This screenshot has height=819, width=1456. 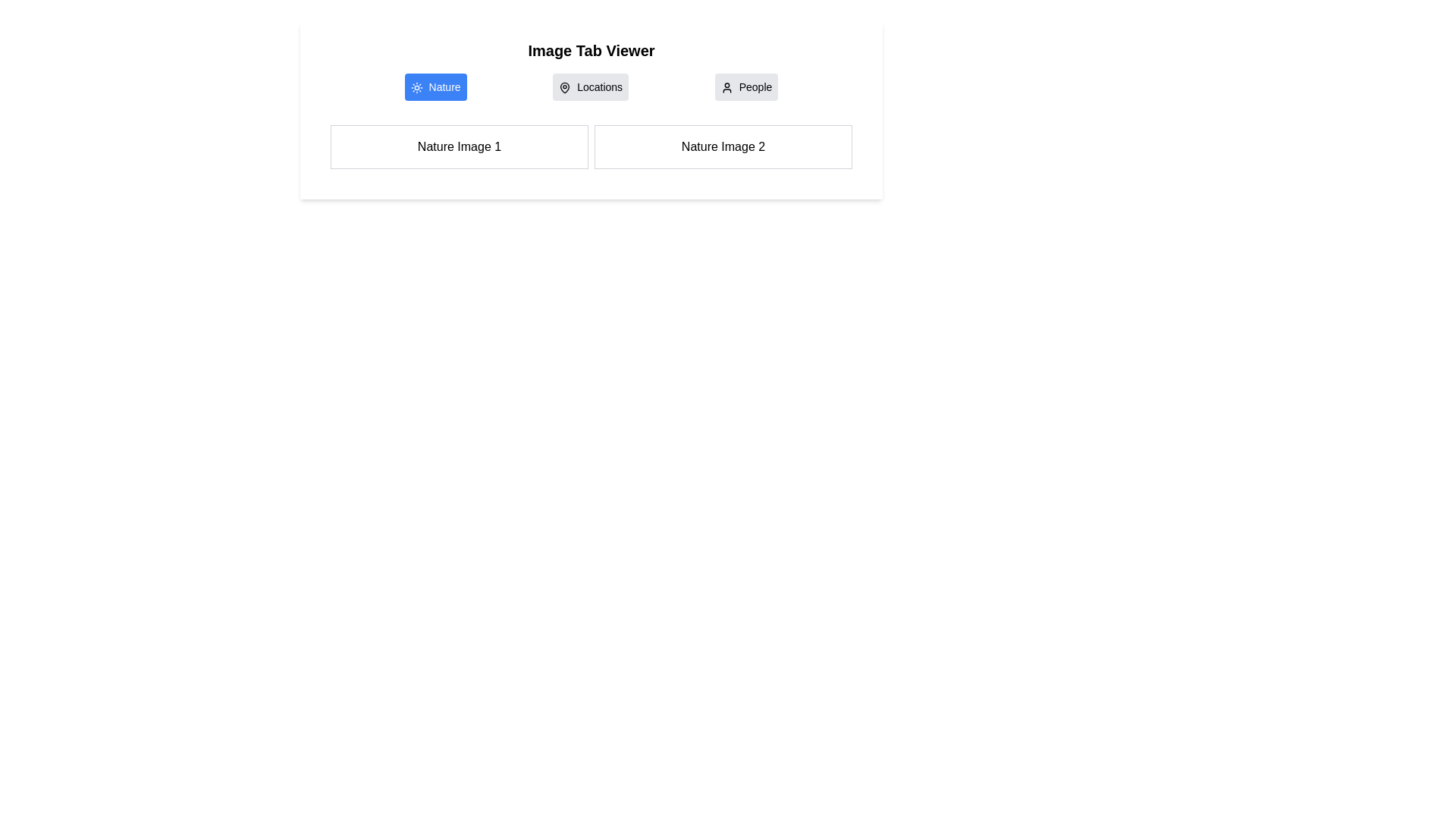 What do you see at coordinates (746, 87) in the screenshot?
I see `the 'People' button, which is the third button from the left in a group of three buttons, featuring a user silhouette icon and black text on a light gray background` at bounding box center [746, 87].